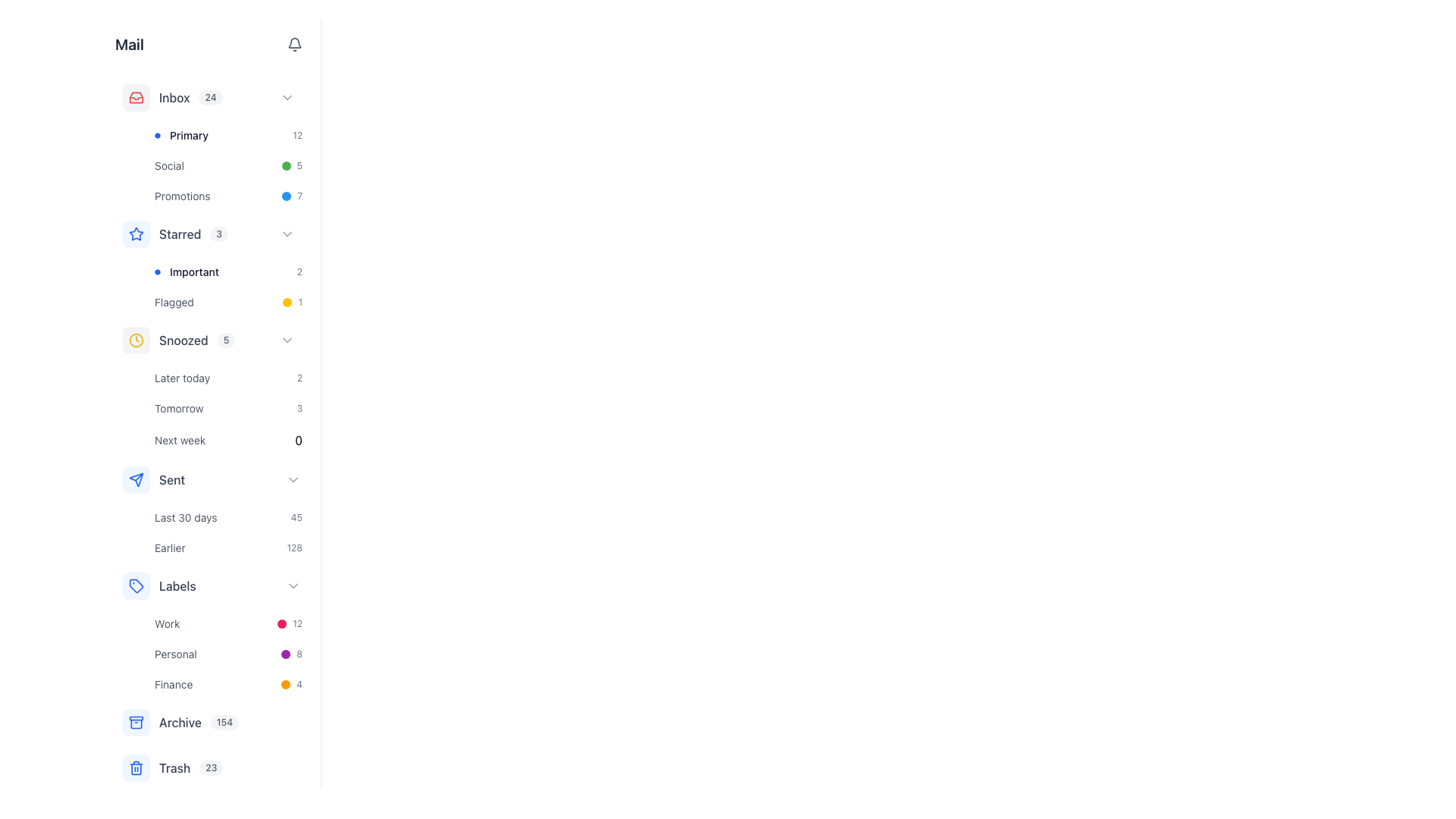  What do you see at coordinates (287, 302) in the screenshot?
I see `the small circular yellow indicator located in the left sidebar navigation panel, associated with the 'Important' label under the 'Starred' section, which appears to the left of the number '1'` at bounding box center [287, 302].